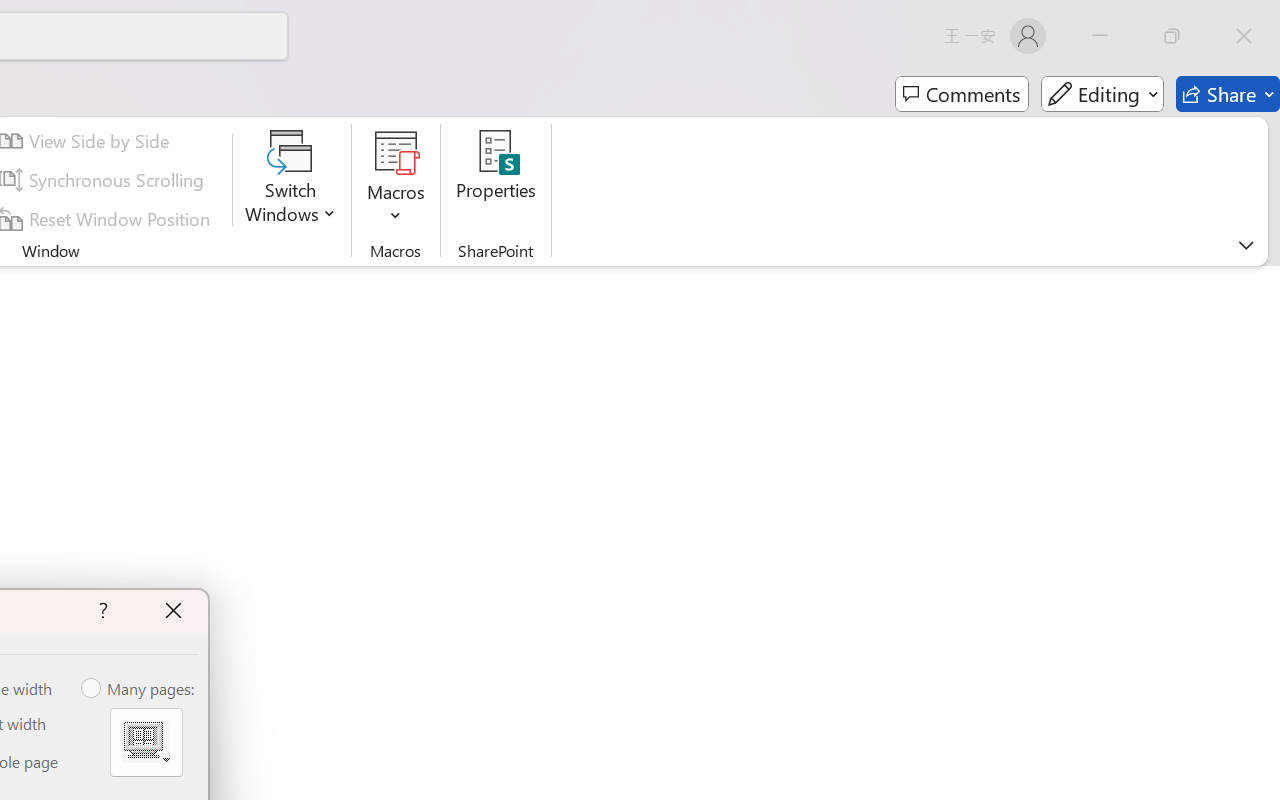 The image size is (1280, 800). What do you see at coordinates (1227, 94) in the screenshot?
I see `'Share'` at bounding box center [1227, 94].